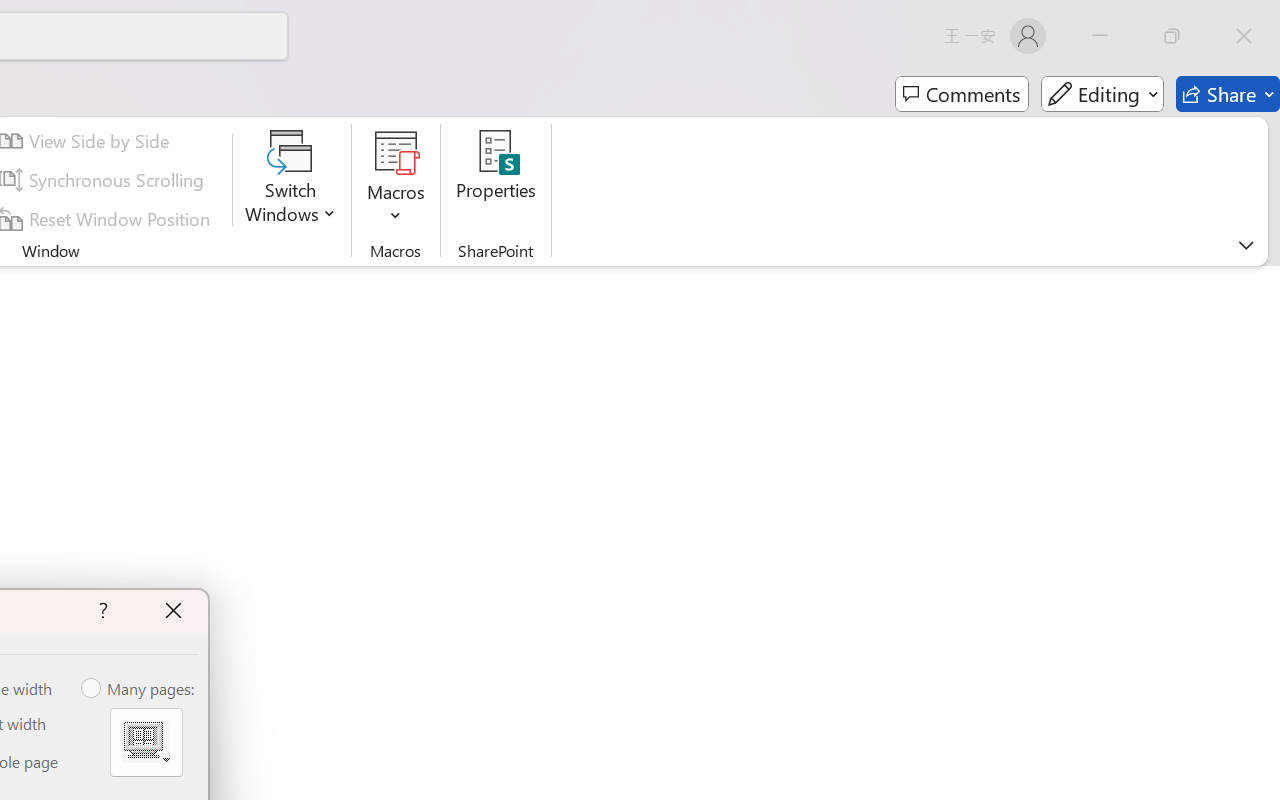 The image size is (1280, 800). What do you see at coordinates (1227, 94) in the screenshot?
I see `'Share'` at bounding box center [1227, 94].